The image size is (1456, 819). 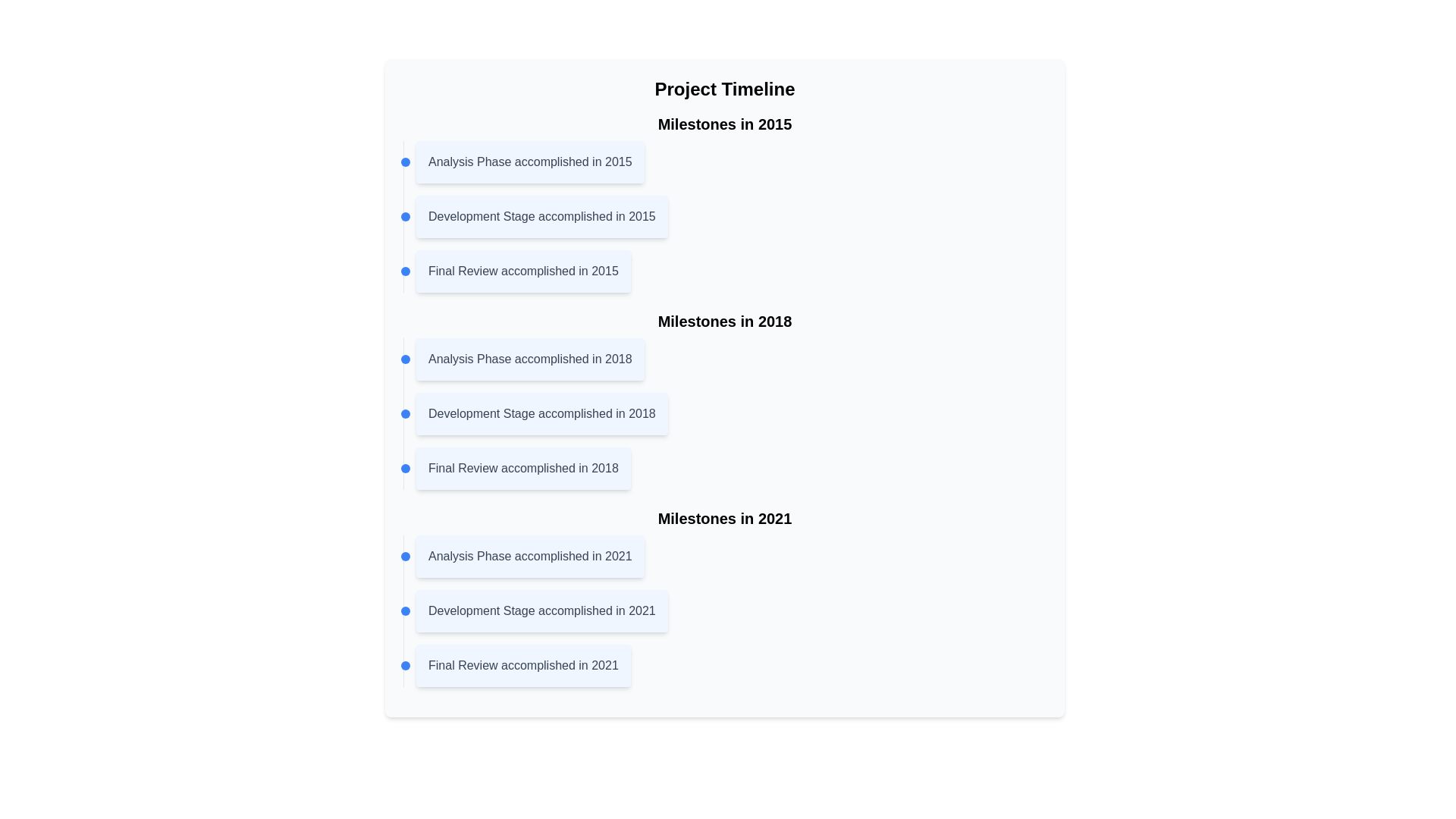 What do you see at coordinates (530, 556) in the screenshot?
I see `the text label displaying 'Analysis Phase accomplished in 2021' located in the 'Milestones in 2021' section, positioned between 'Milestones in 2018' and 'Development Stage accomplished in 2021'` at bounding box center [530, 556].